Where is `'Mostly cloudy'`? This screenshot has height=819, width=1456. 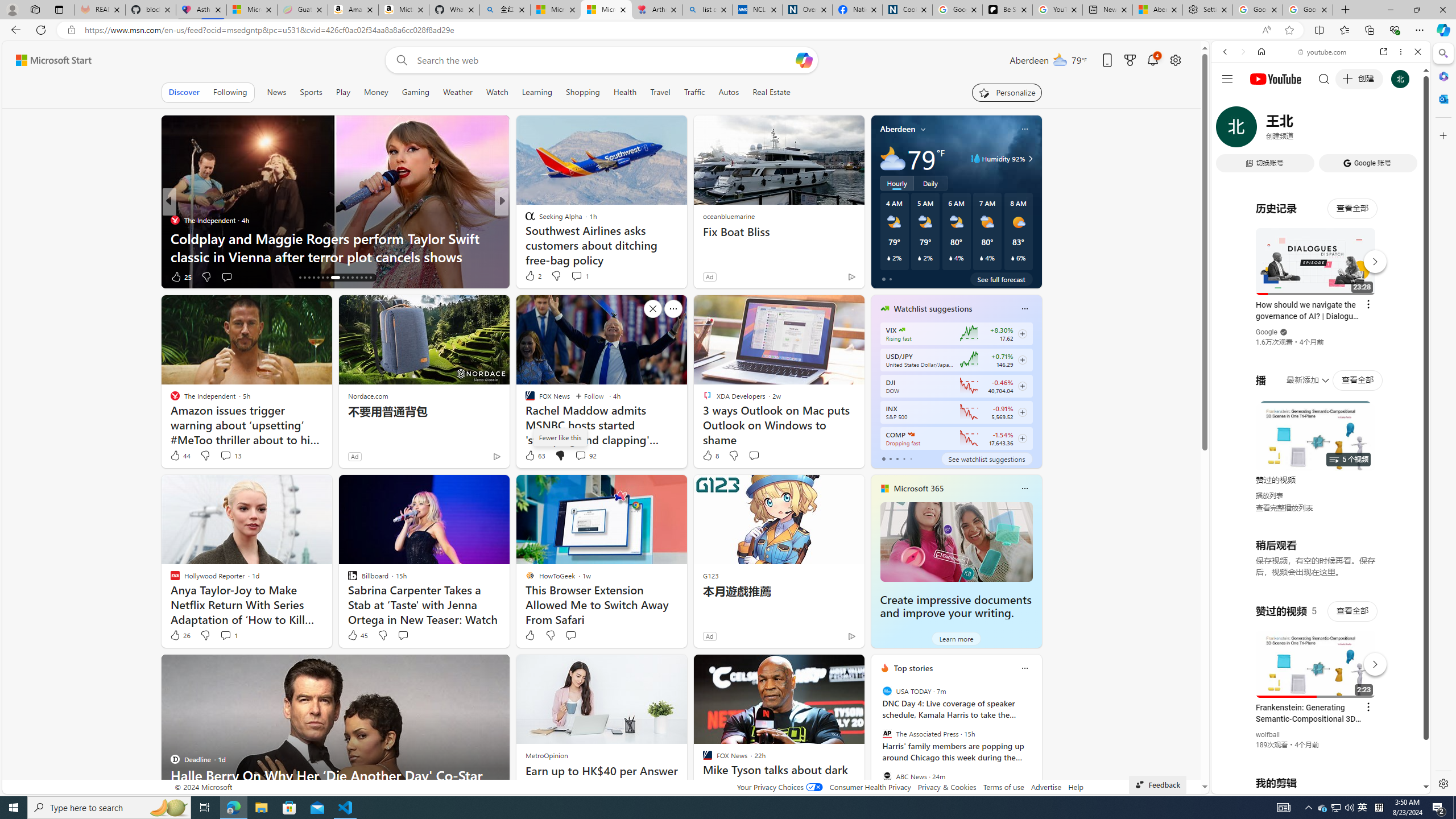 'Mostly cloudy' is located at coordinates (892, 158).